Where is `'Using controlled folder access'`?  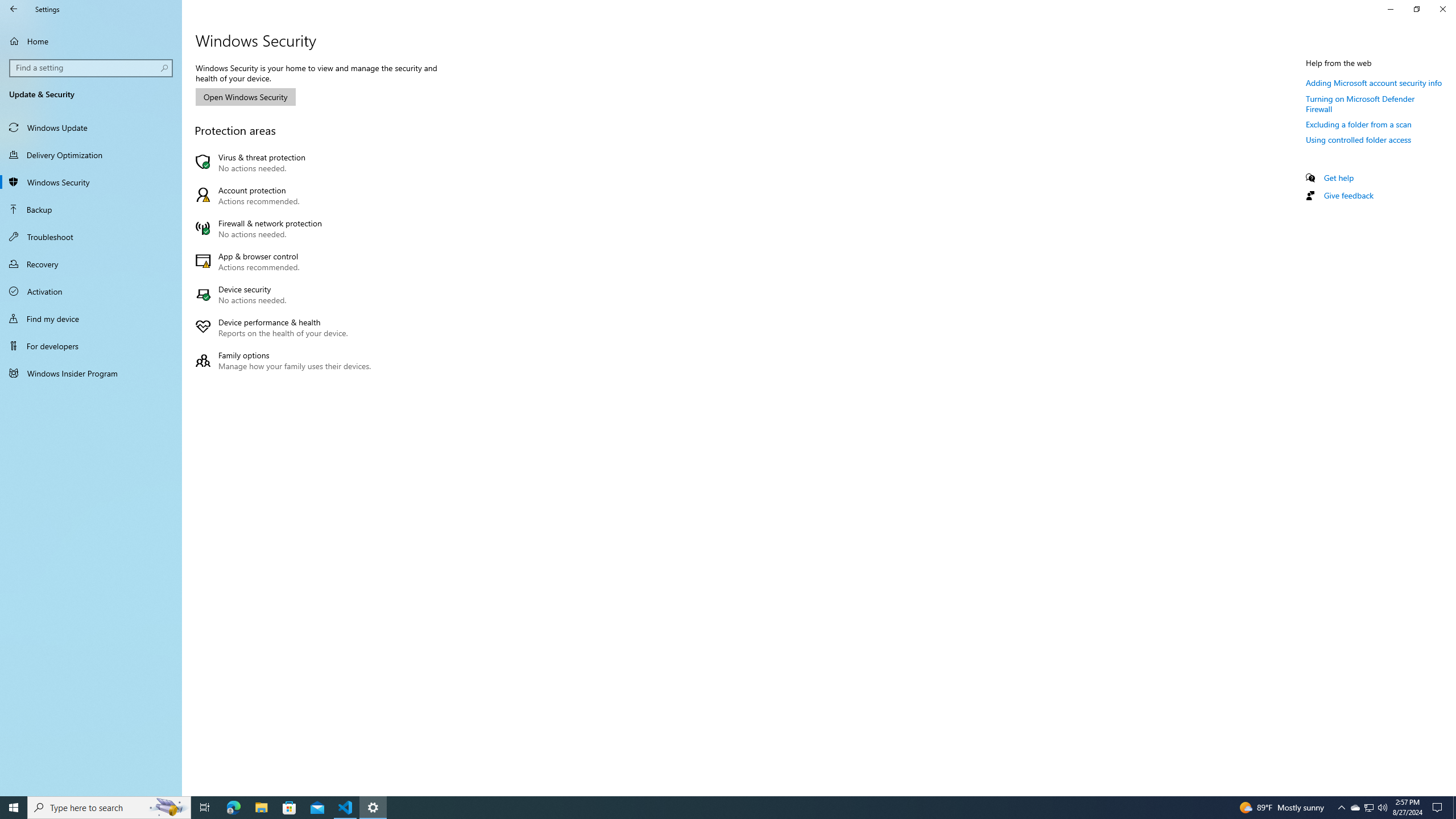 'Using controlled folder access' is located at coordinates (1358, 139).